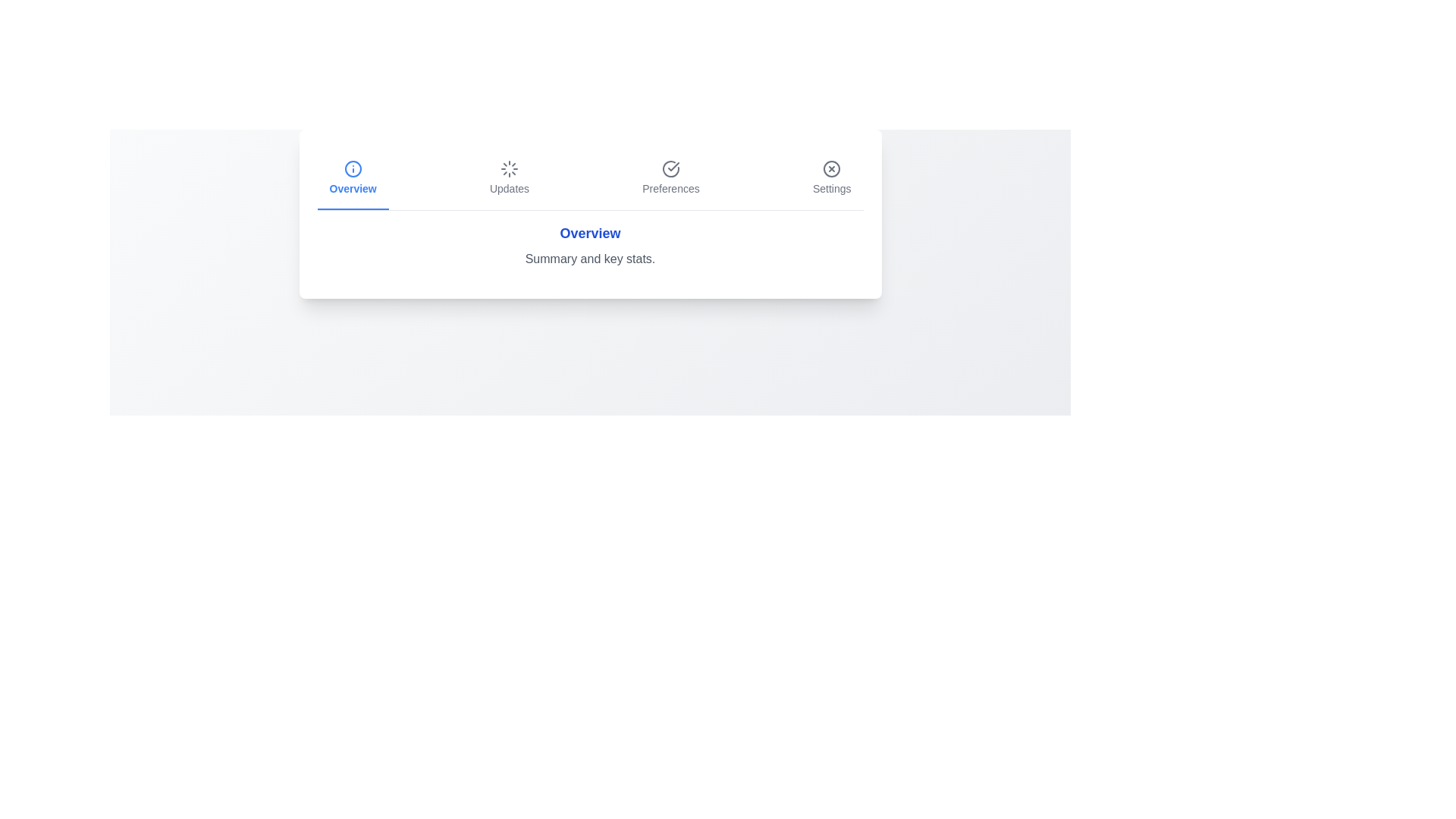  What do you see at coordinates (352, 177) in the screenshot?
I see `the tab labeled Overview to activate it` at bounding box center [352, 177].